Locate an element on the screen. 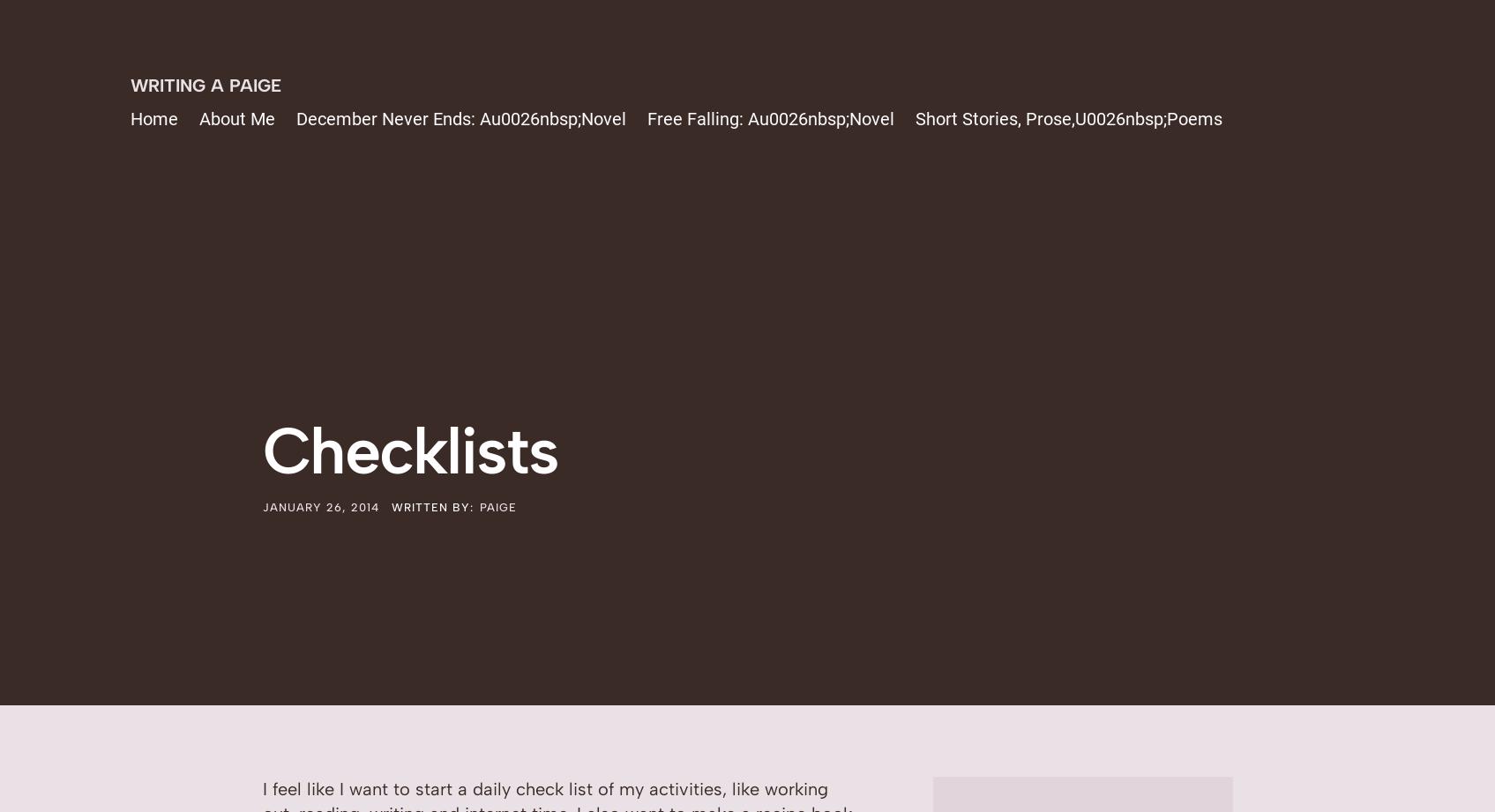 Image resolution: width=1495 pixels, height=812 pixels. 'Short Stories, Prose,u0026nbsp;Poems' is located at coordinates (914, 119).